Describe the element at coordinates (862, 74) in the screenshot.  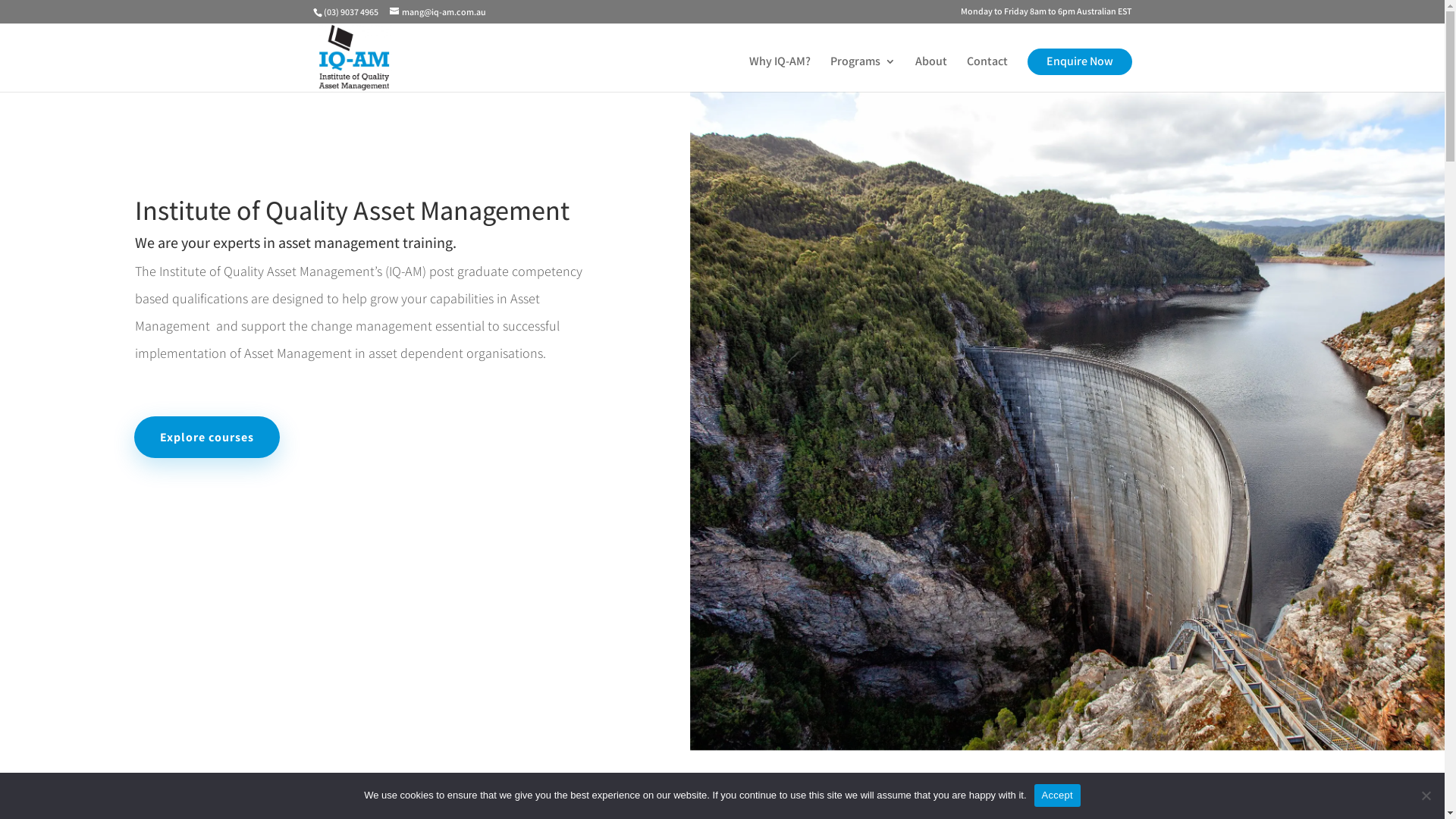
I see `'Programs'` at that location.